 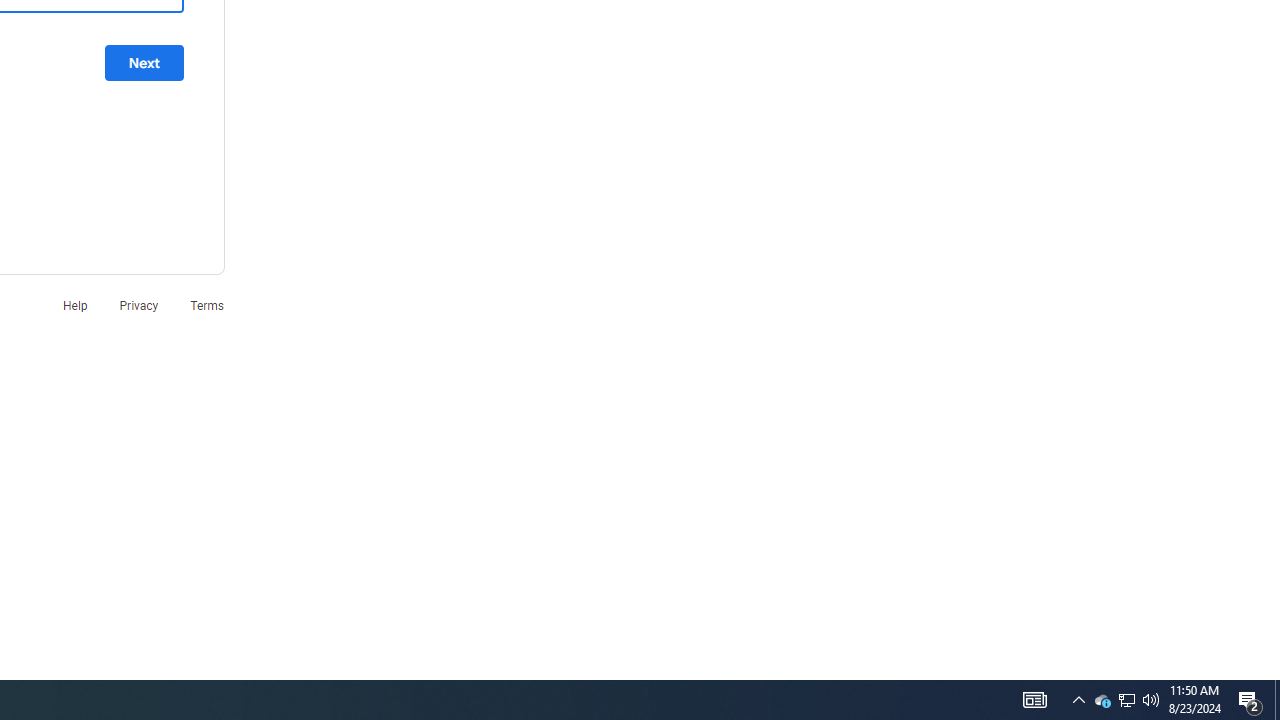 I want to click on 'Next', so click(x=143, y=62).